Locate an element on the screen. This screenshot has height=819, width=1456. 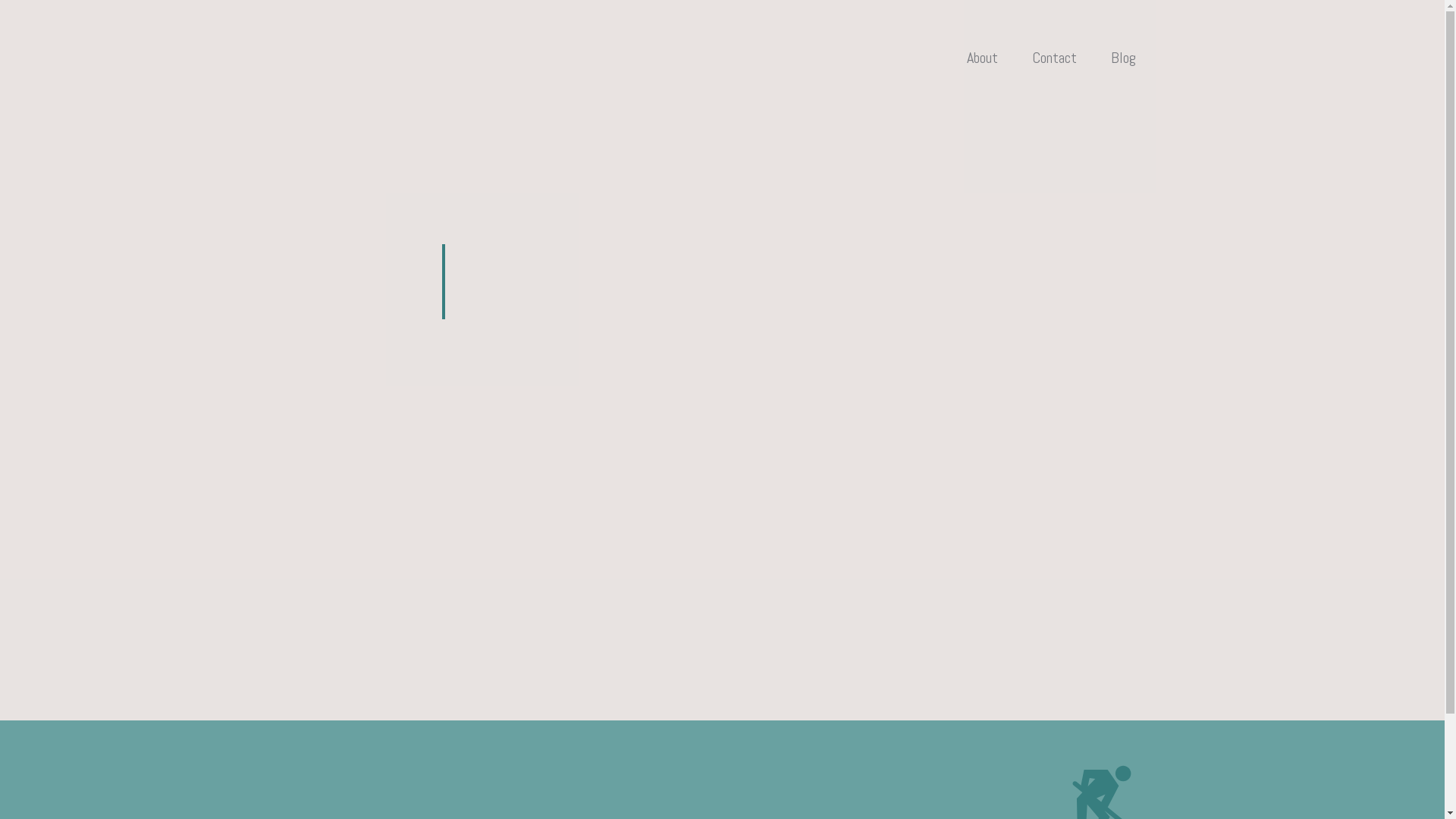
'Contact' is located at coordinates (1031, 57).